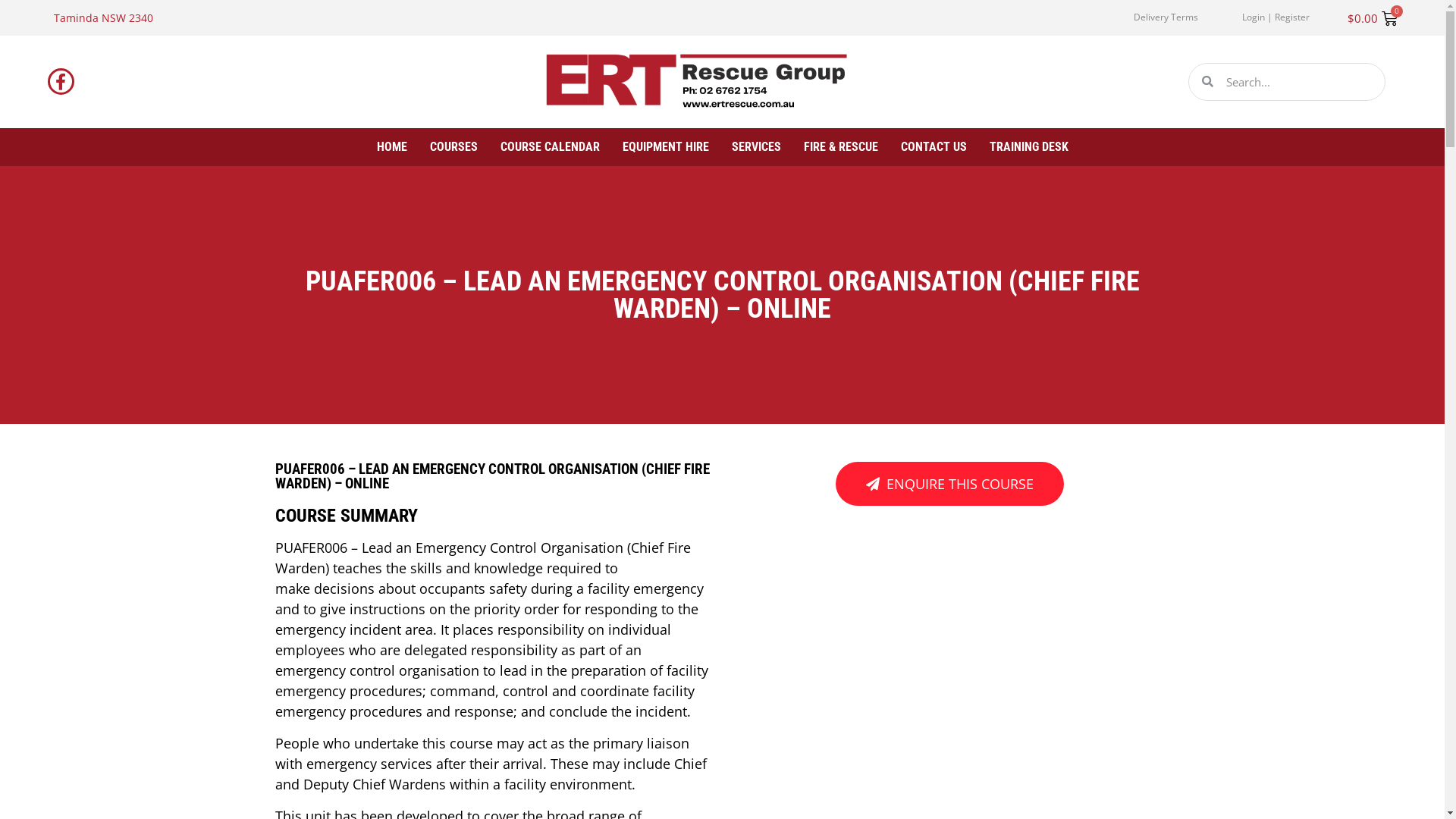 Image resolution: width=1456 pixels, height=819 pixels. What do you see at coordinates (391, 146) in the screenshot?
I see `'HOME'` at bounding box center [391, 146].